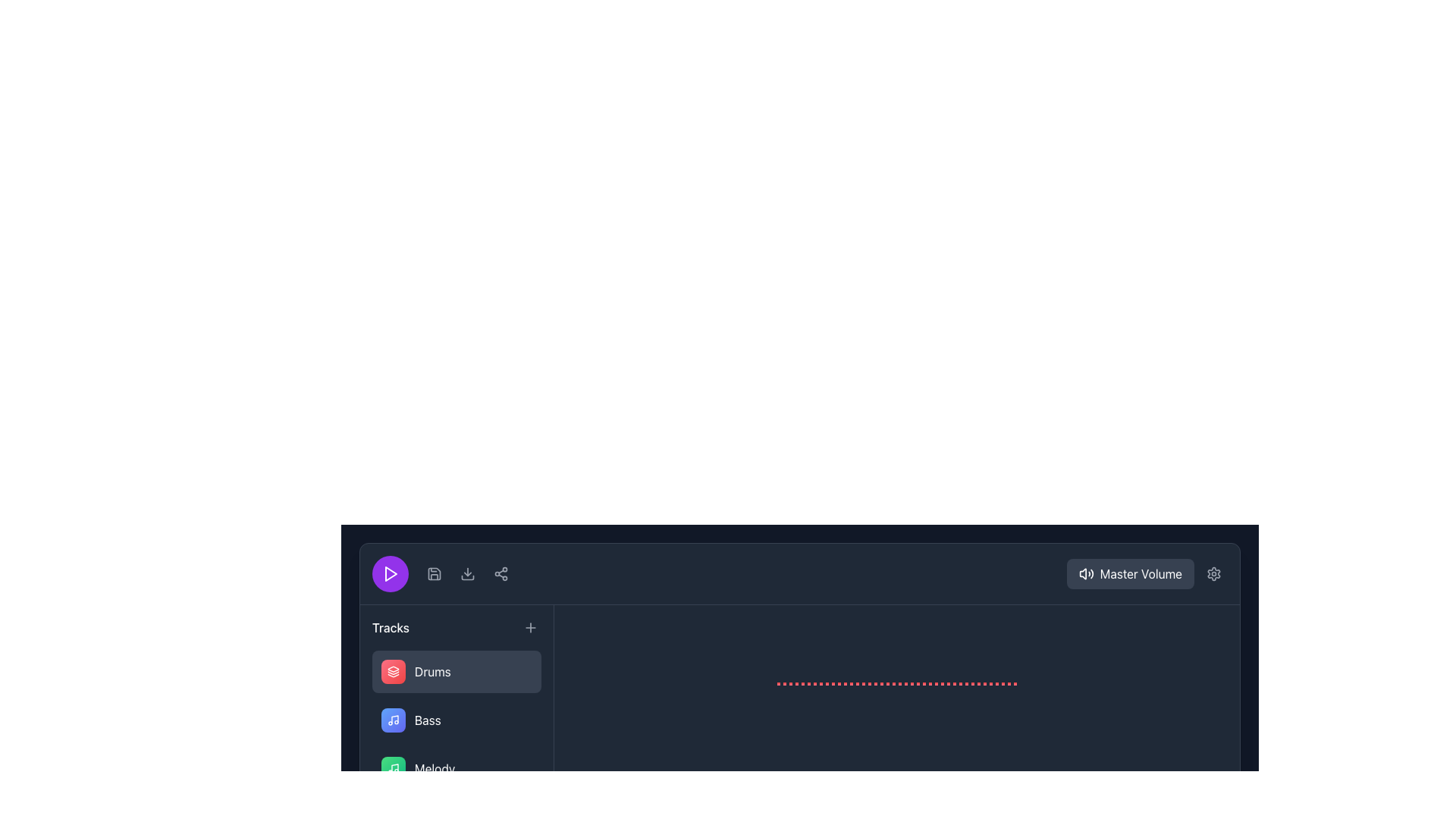  Describe the element at coordinates (467, 573) in the screenshot. I see `the rounded square button with a download icon, located in the middle of three action buttons, to initiate a download action` at that location.